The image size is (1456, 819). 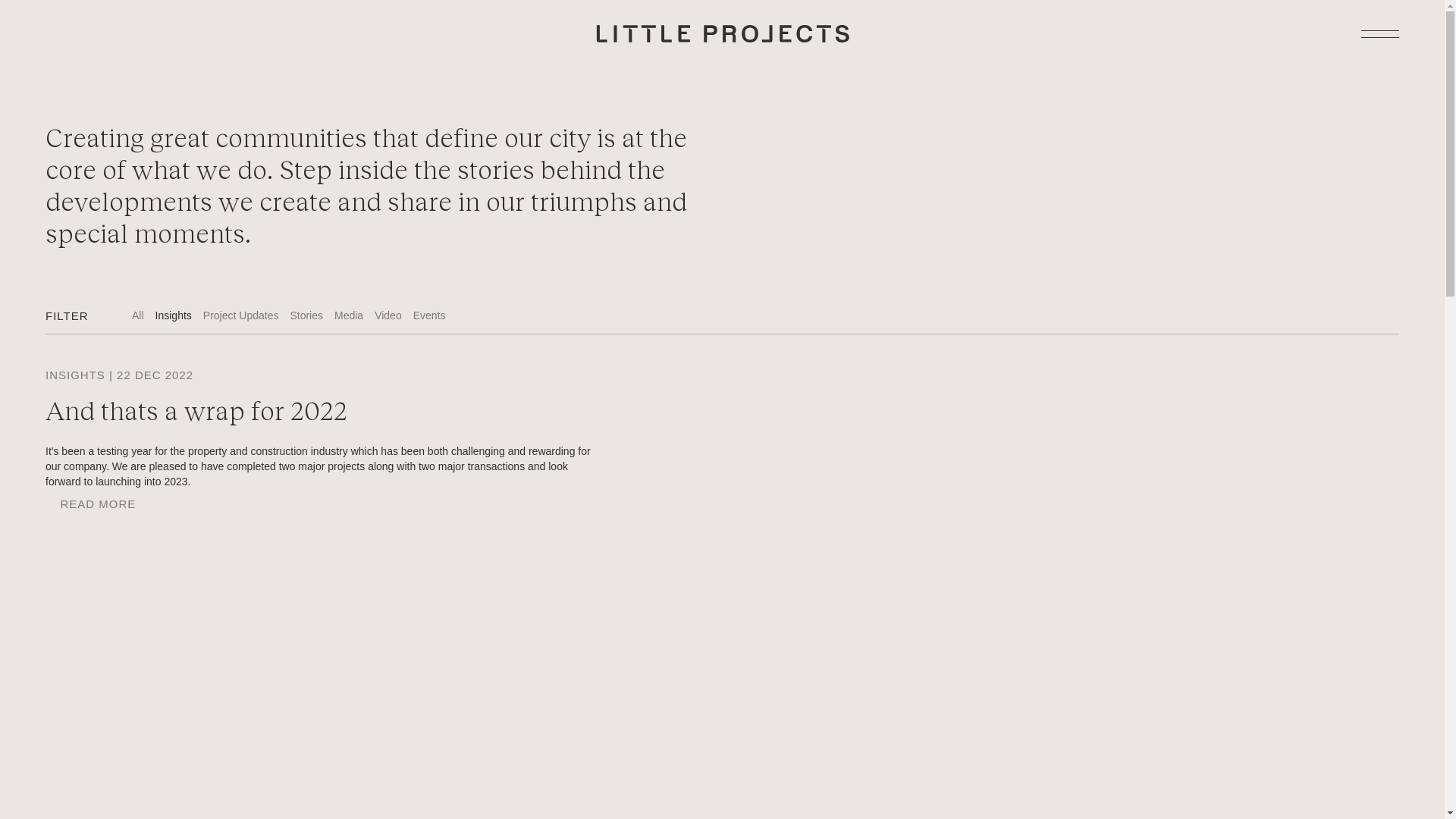 I want to click on 'Insights', so click(x=174, y=315).